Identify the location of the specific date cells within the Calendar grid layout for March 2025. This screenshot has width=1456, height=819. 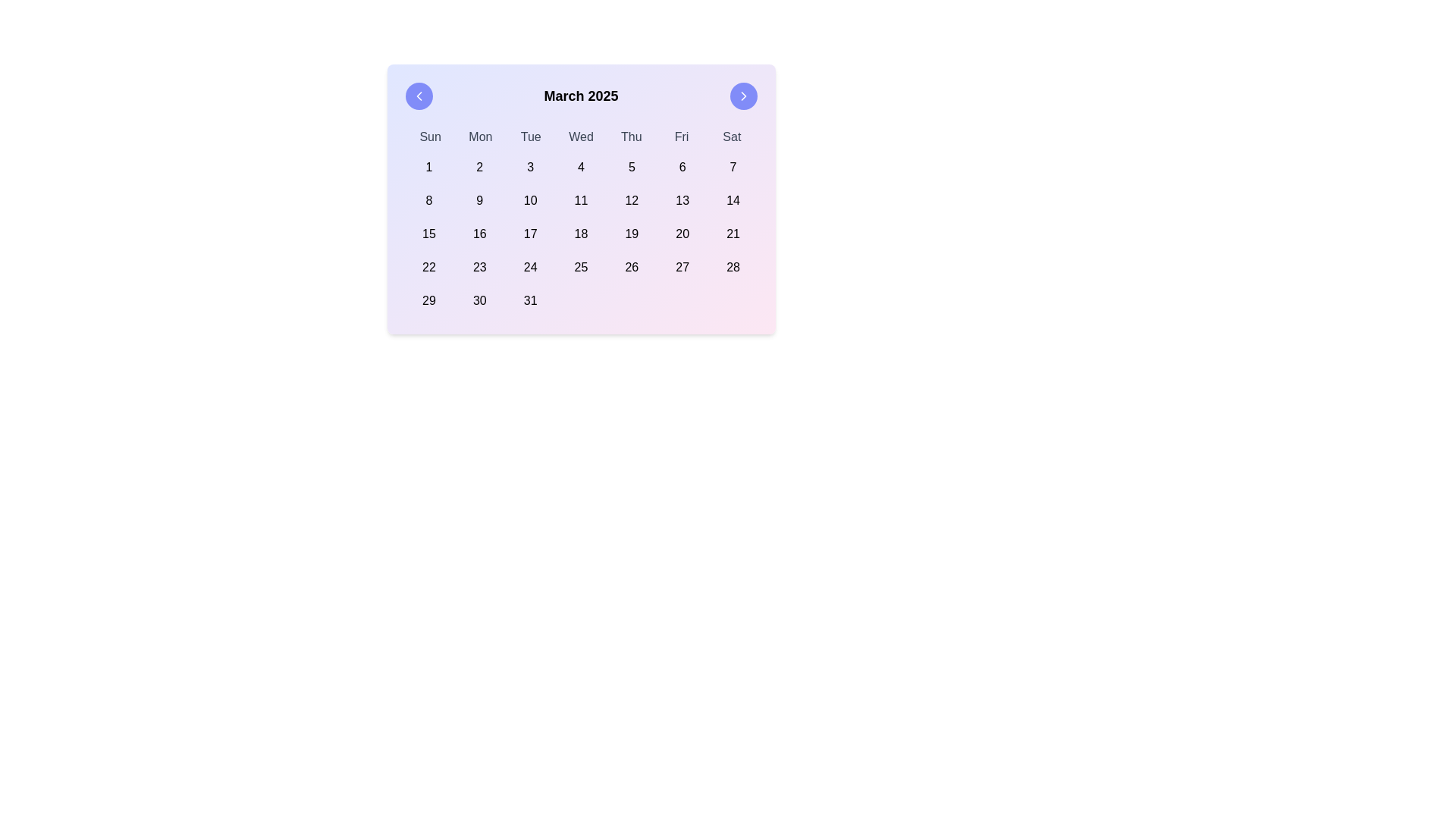
(580, 234).